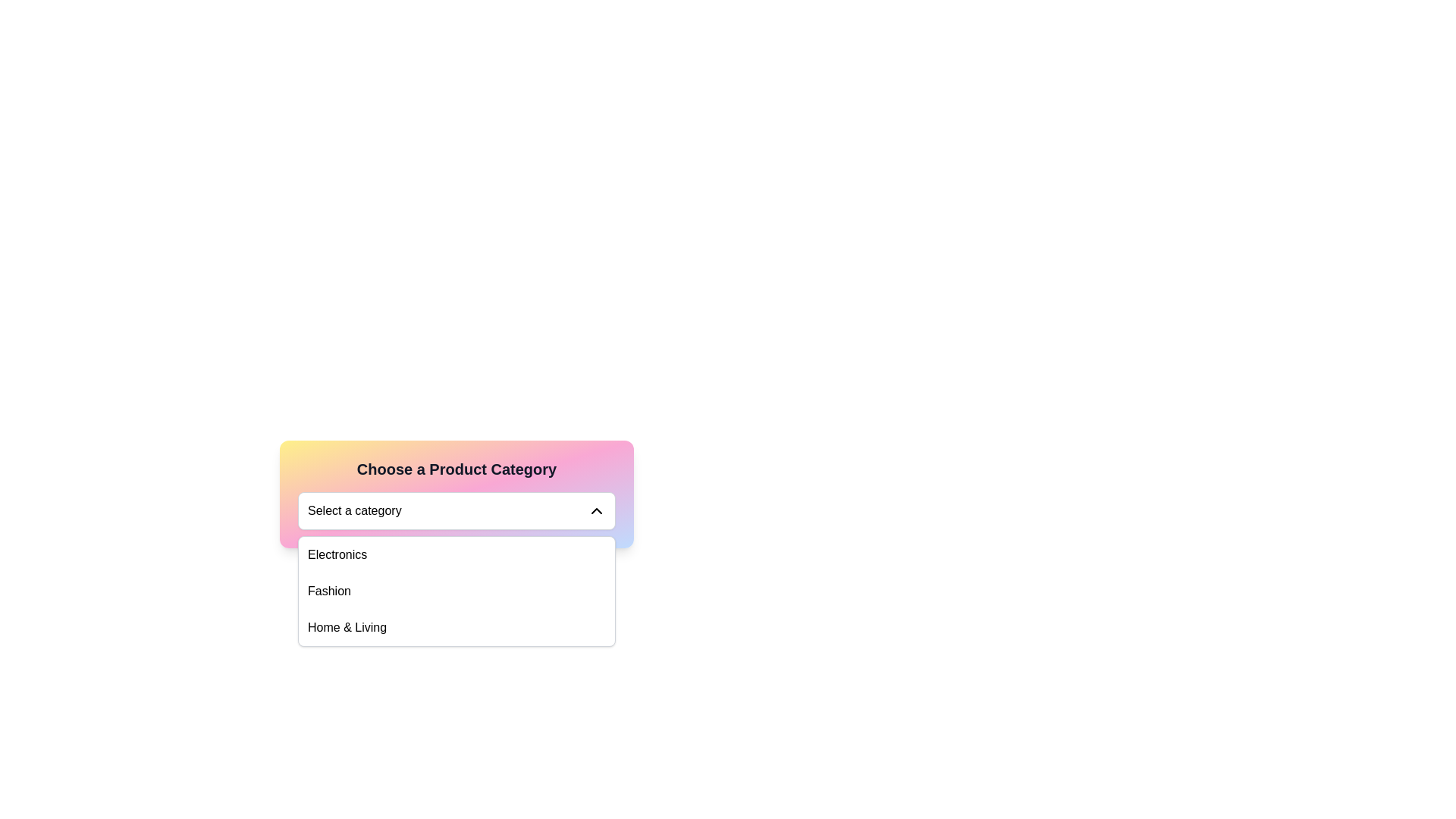 The image size is (1456, 819). Describe the element at coordinates (456, 590) in the screenshot. I see `the dropdown menu` at that location.